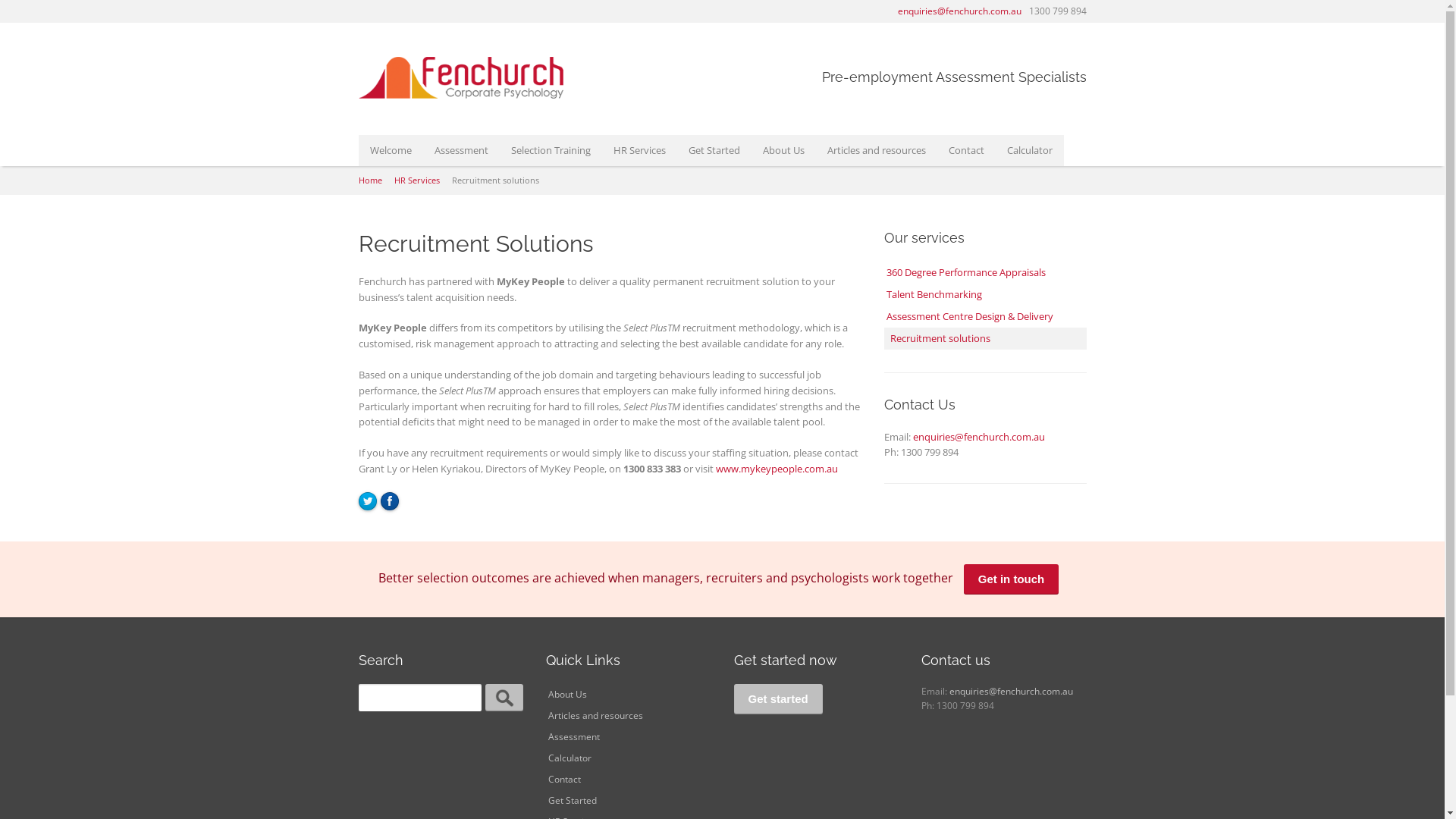  Describe the element at coordinates (965, 150) in the screenshot. I see `'Contact'` at that location.